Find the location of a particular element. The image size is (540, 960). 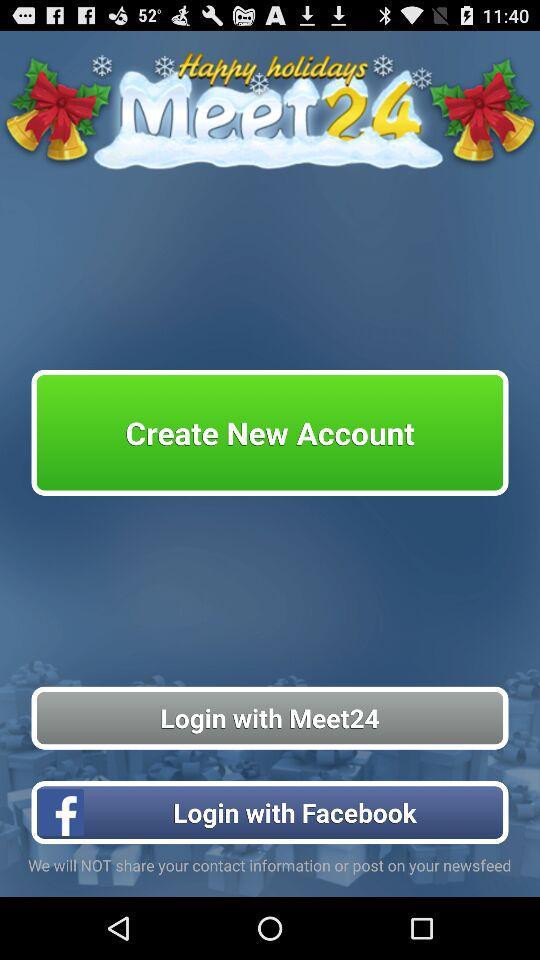

the create new account is located at coordinates (270, 432).